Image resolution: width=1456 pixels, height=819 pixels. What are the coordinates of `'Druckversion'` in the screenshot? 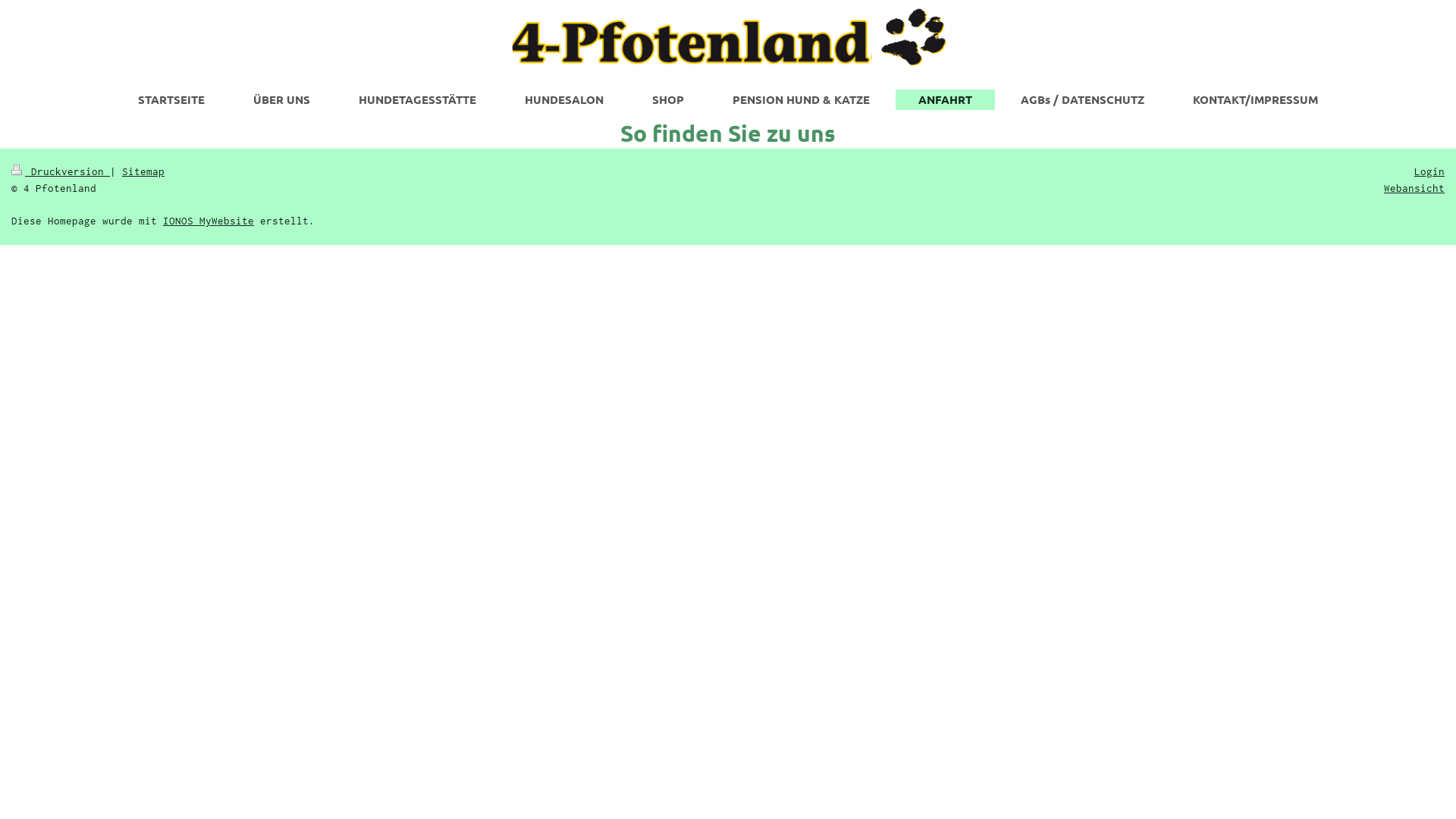 It's located at (61, 171).